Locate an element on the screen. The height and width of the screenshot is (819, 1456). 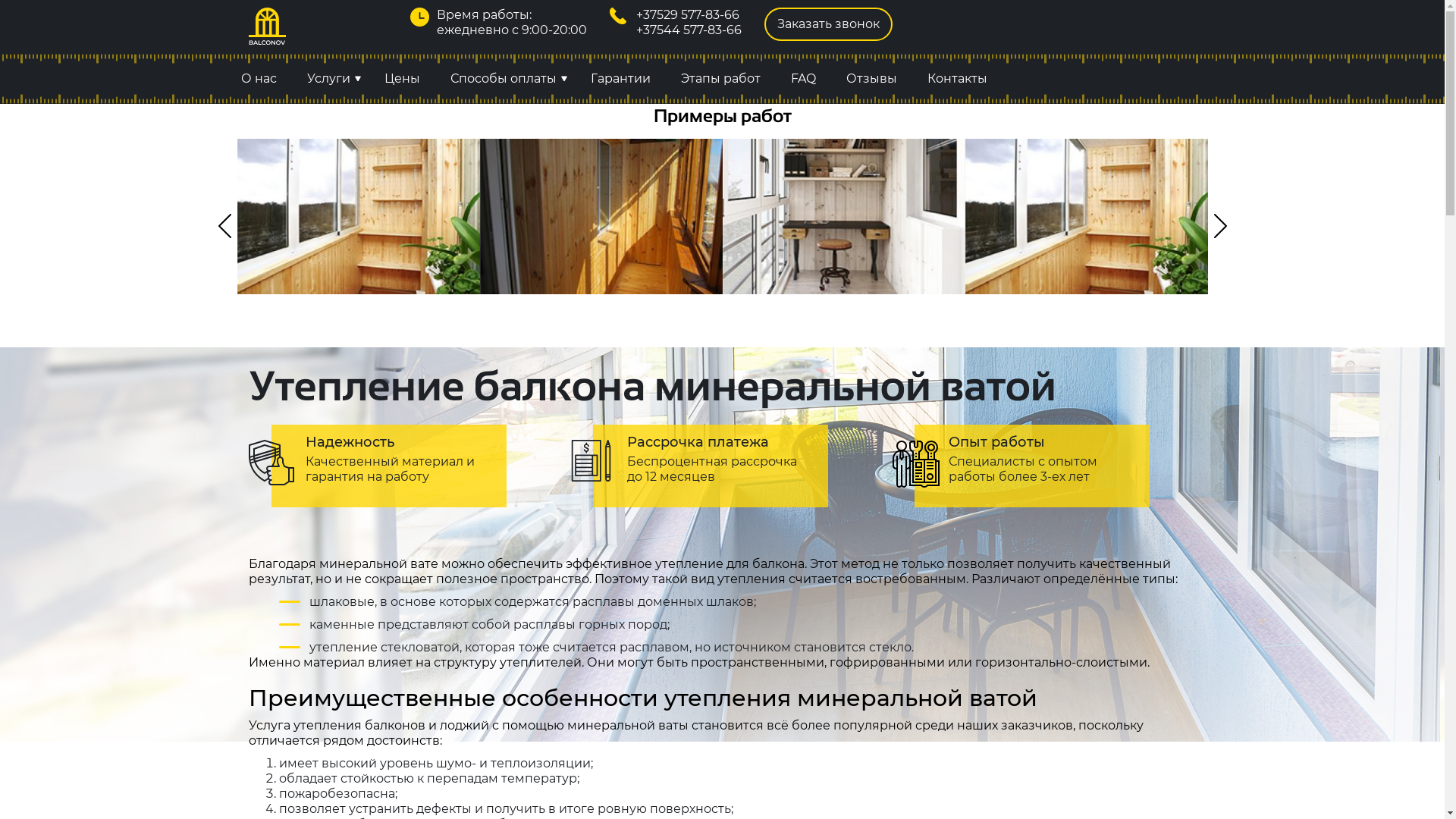
'+37544 577-83-66' is located at coordinates (688, 30).